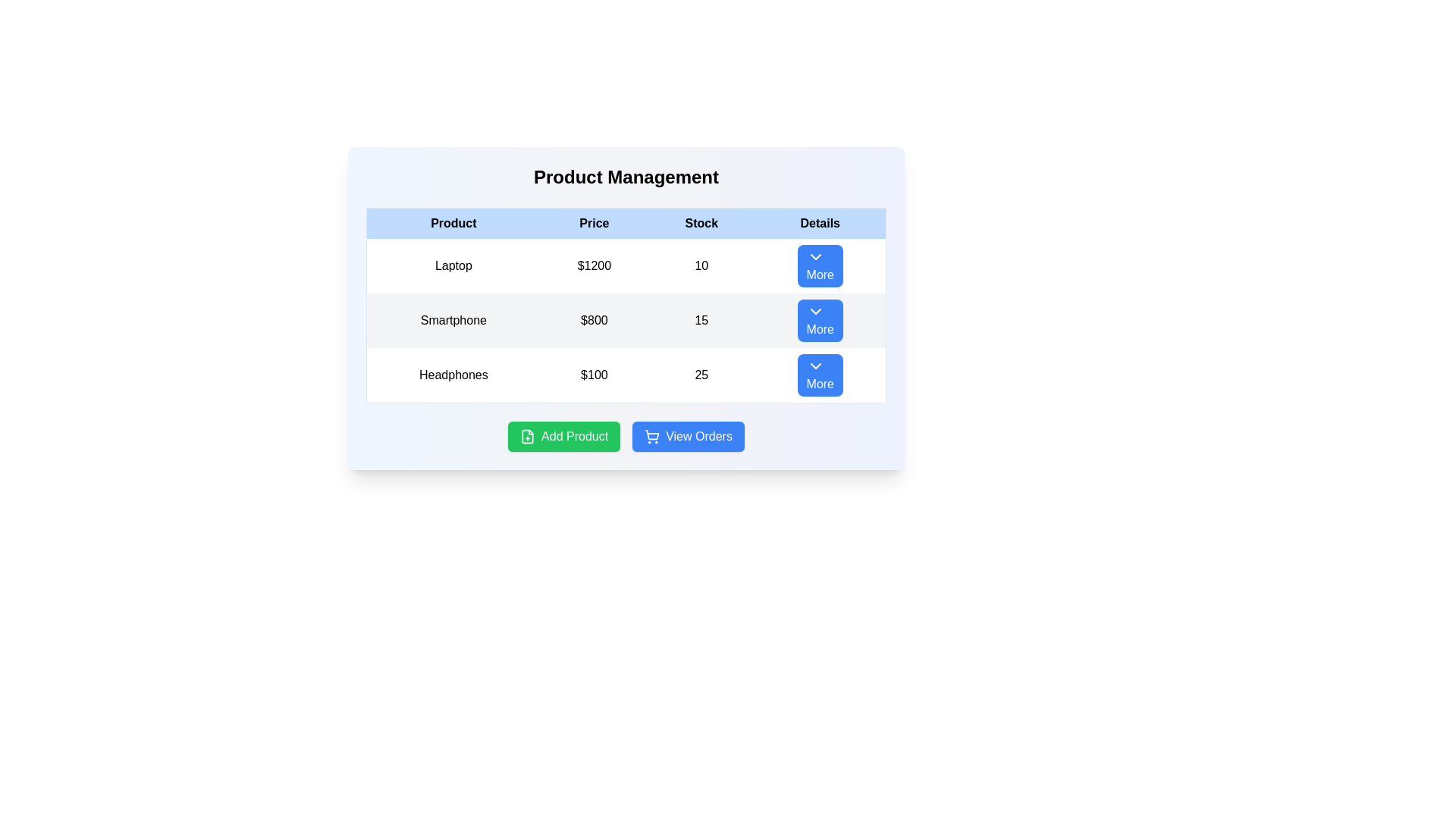 This screenshot has height=819, width=1456. Describe the element at coordinates (819, 320) in the screenshot. I see `the button in the 'Details' column of the second row` at that location.